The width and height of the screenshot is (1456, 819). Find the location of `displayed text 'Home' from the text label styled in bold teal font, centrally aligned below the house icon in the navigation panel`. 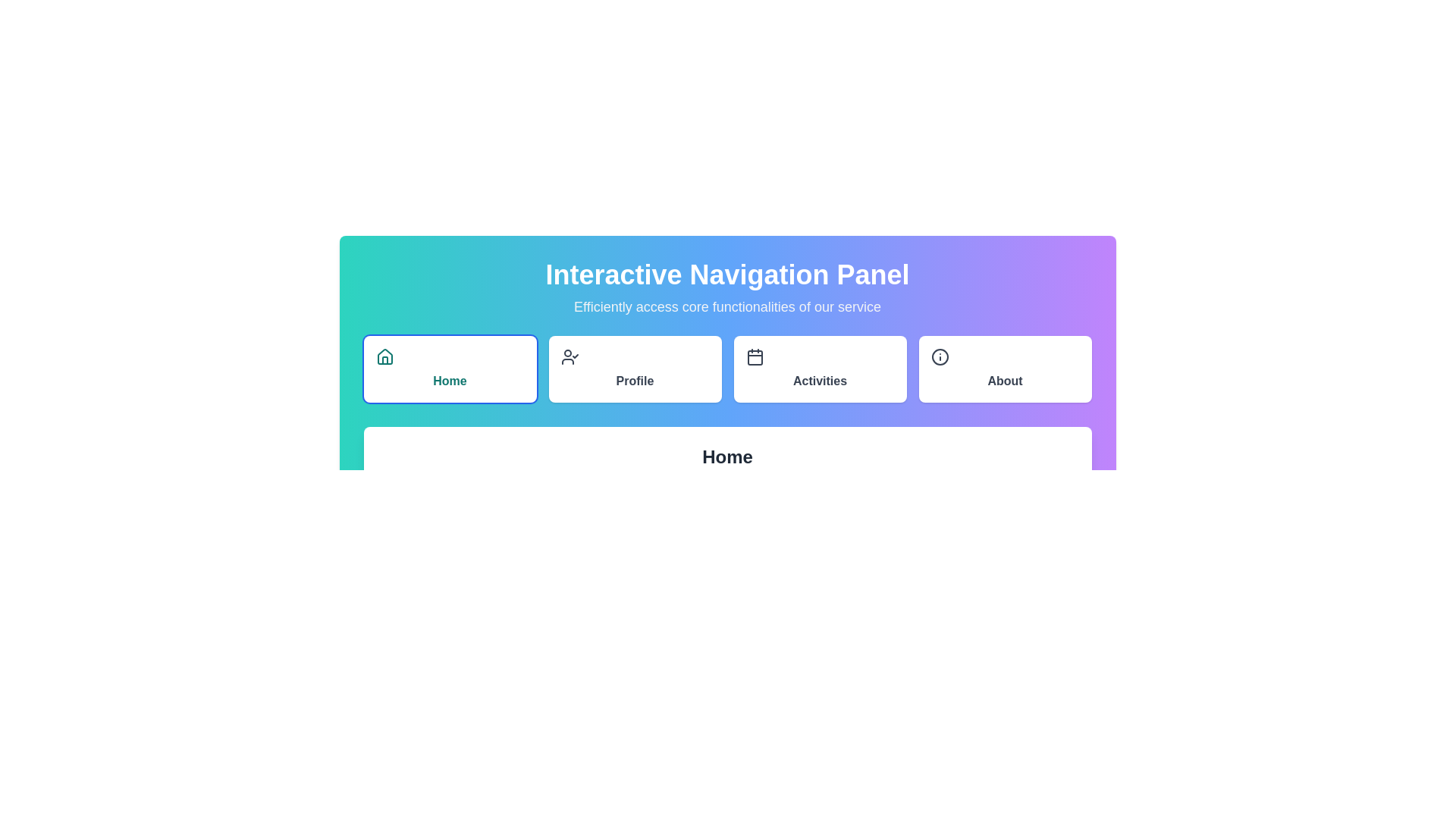

displayed text 'Home' from the text label styled in bold teal font, centrally aligned below the house icon in the navigation panel is located at coordinates (449, 380).